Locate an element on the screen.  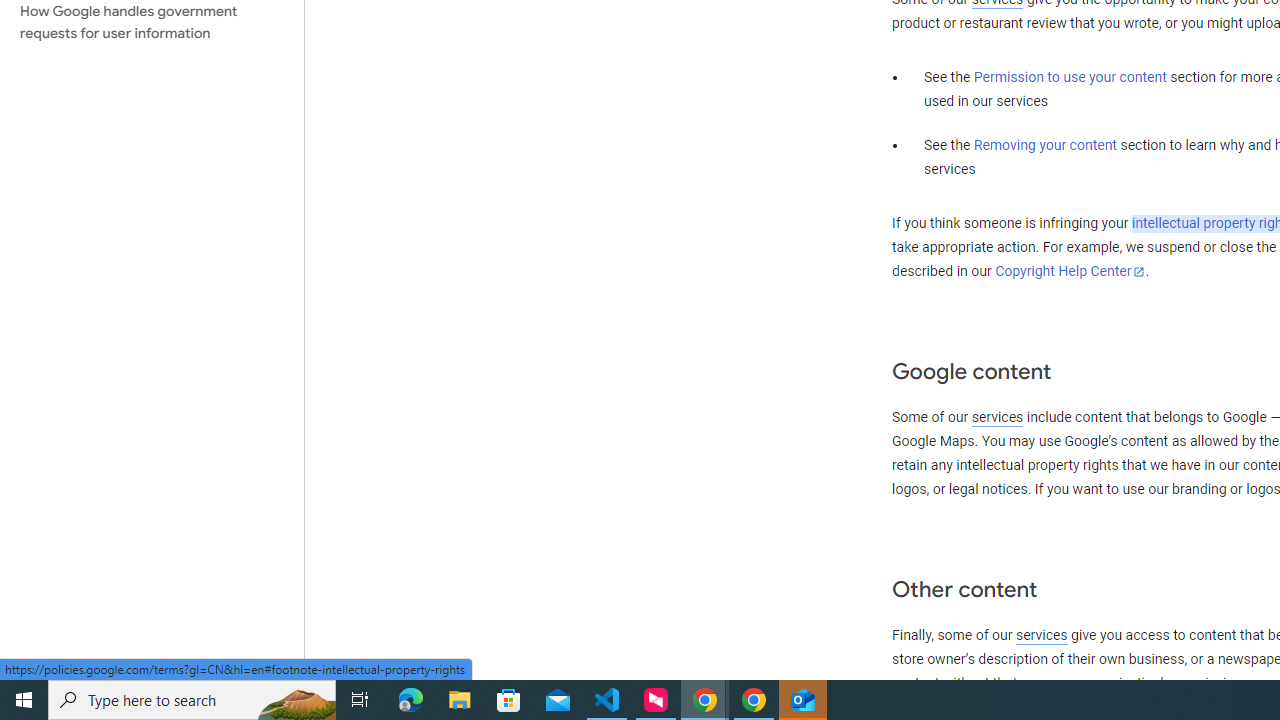
'Removing your content' is located at coordinates (1044, 144).